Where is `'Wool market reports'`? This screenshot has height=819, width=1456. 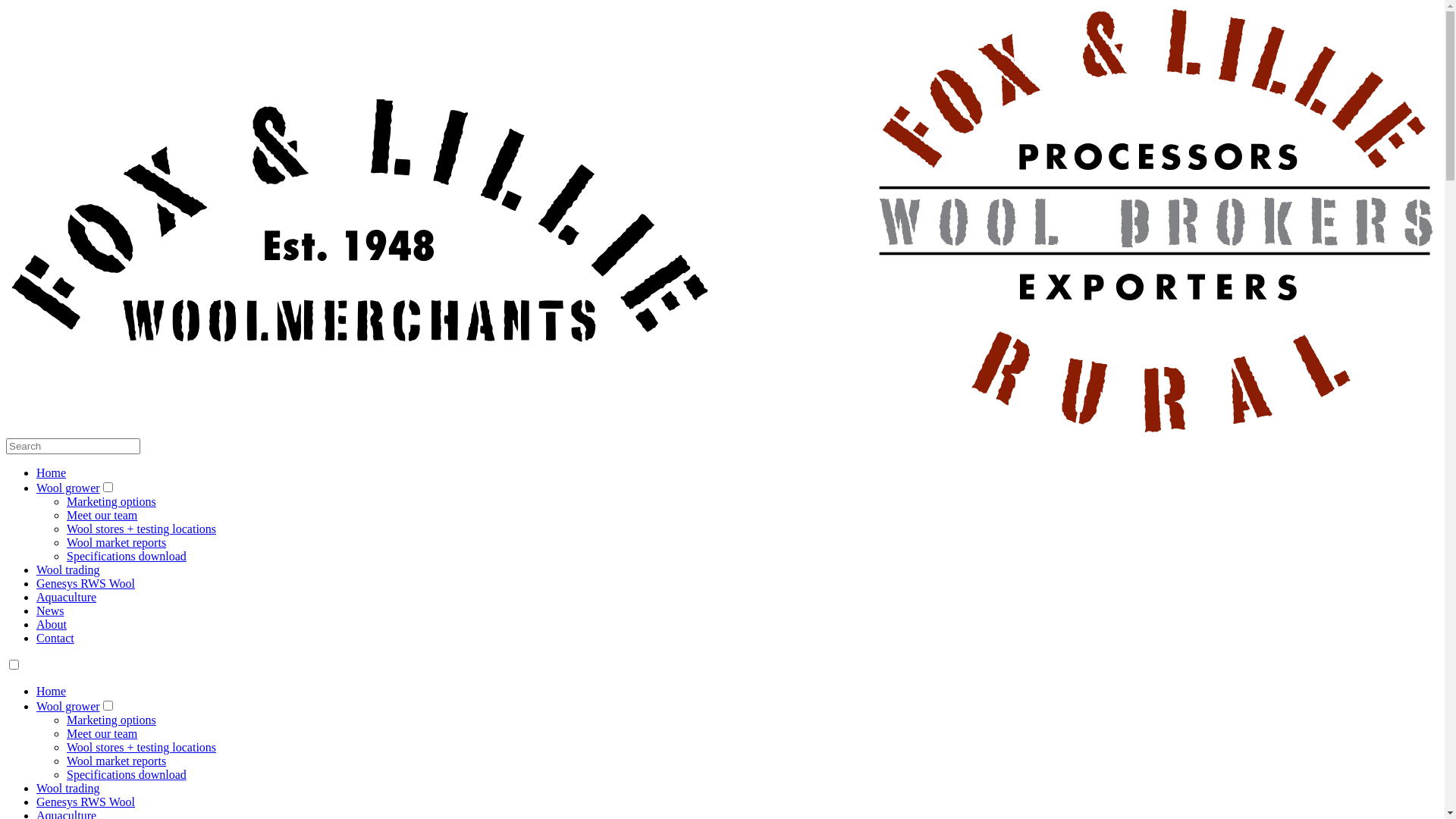
'Wool market reports' is located at coordinates (115, 541).